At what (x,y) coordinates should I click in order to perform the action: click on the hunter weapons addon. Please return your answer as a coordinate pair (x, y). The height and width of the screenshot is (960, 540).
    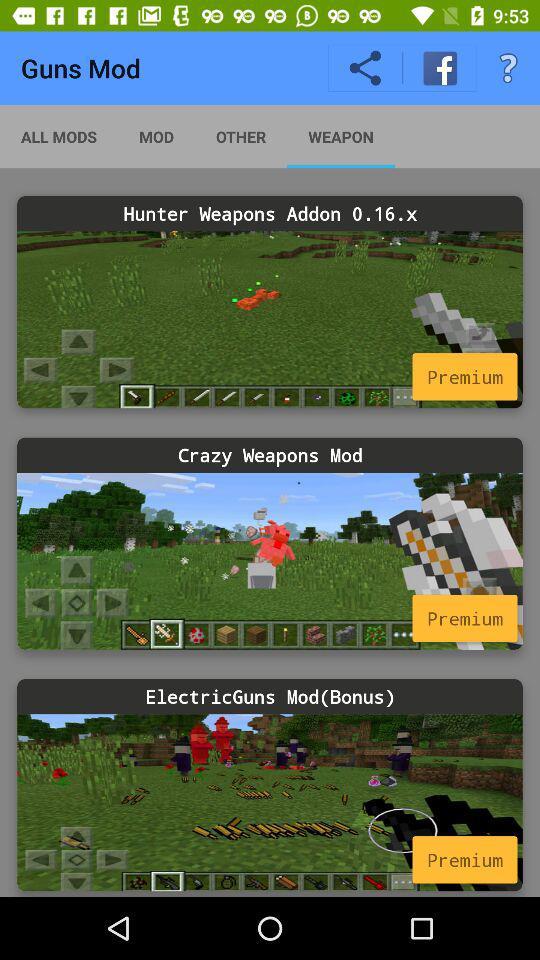
    Looking at the image, I should click on (270, 213).